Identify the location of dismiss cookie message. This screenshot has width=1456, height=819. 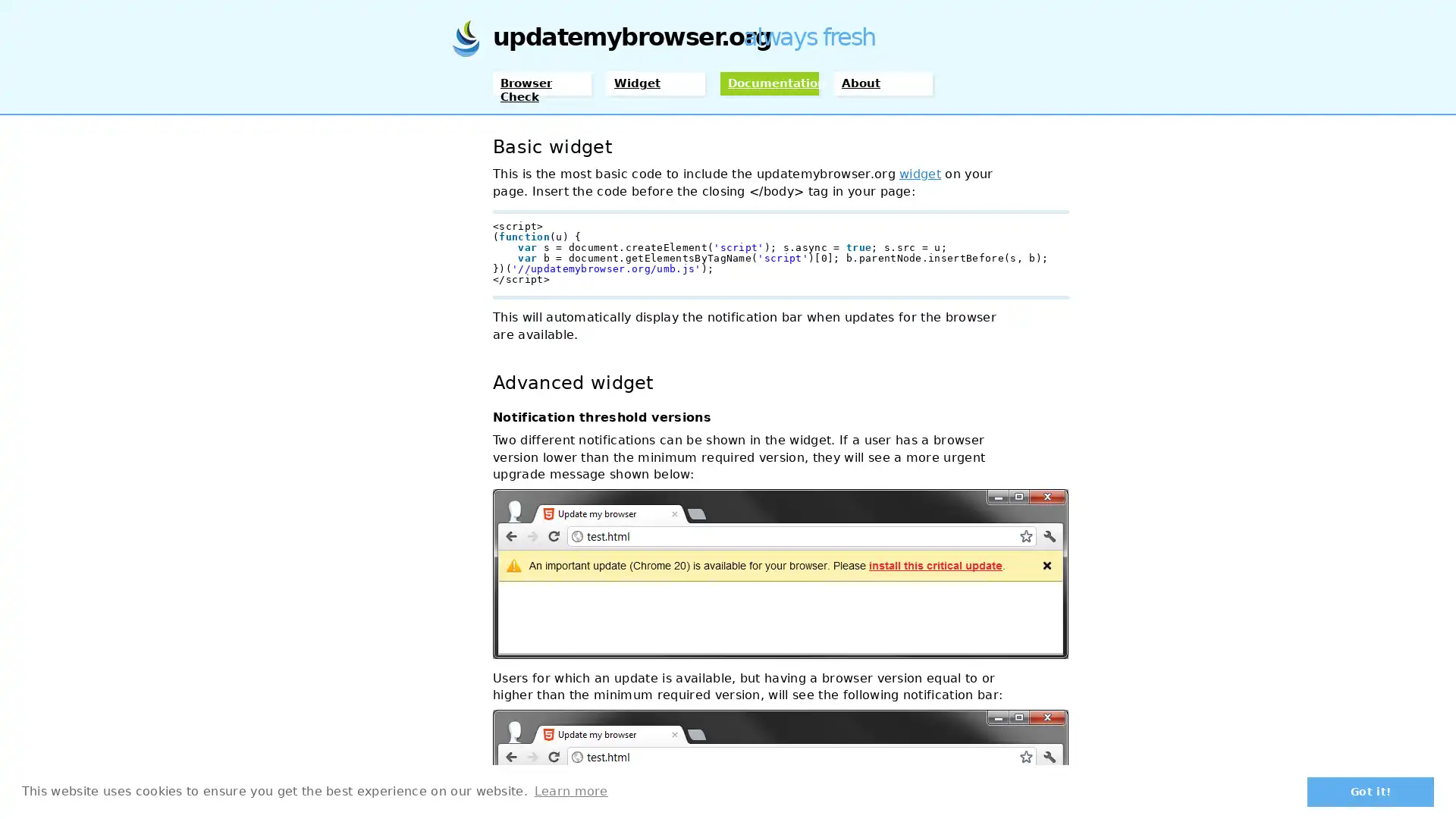
(1370, 791).